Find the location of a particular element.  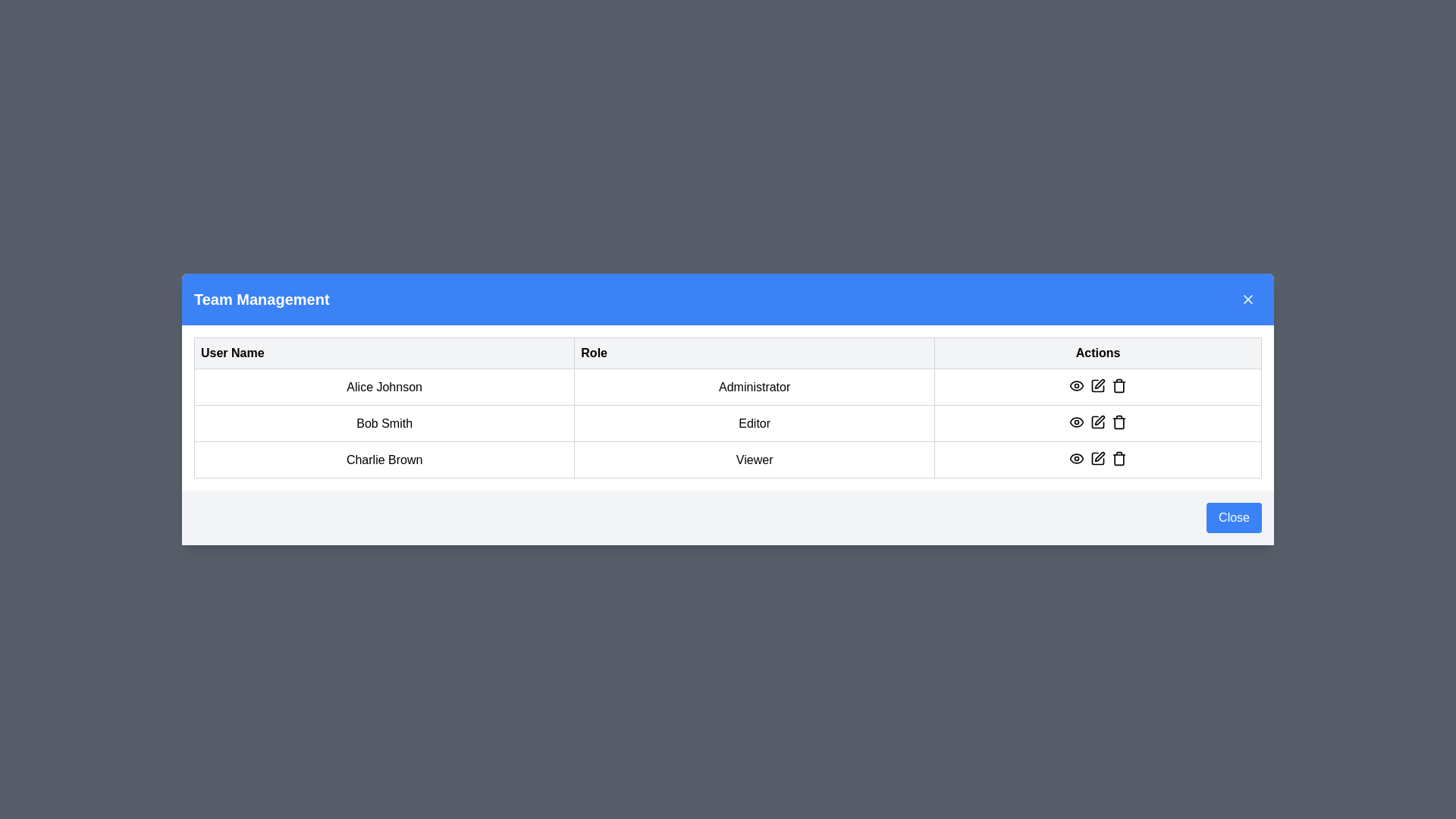

the close button located at the bottom-right corner of the modal is located at coordinates (1234, 516).